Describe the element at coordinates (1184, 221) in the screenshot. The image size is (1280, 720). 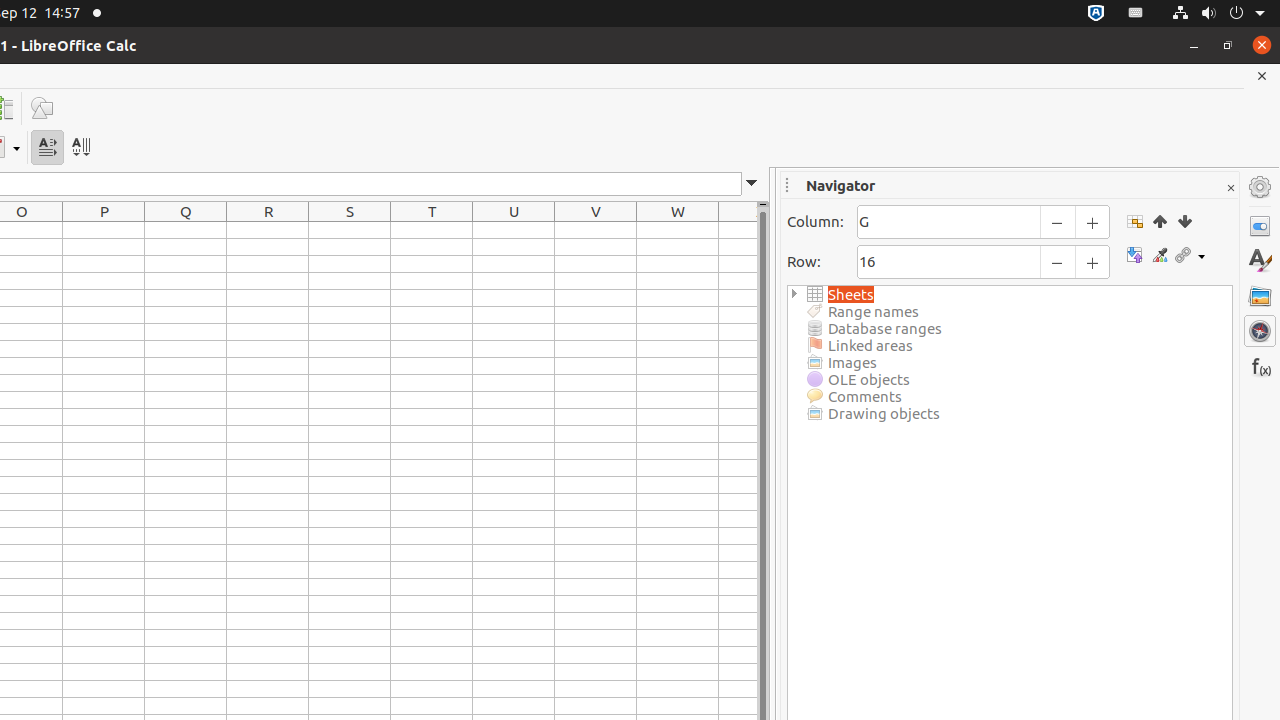
I see `'End'` at that location.